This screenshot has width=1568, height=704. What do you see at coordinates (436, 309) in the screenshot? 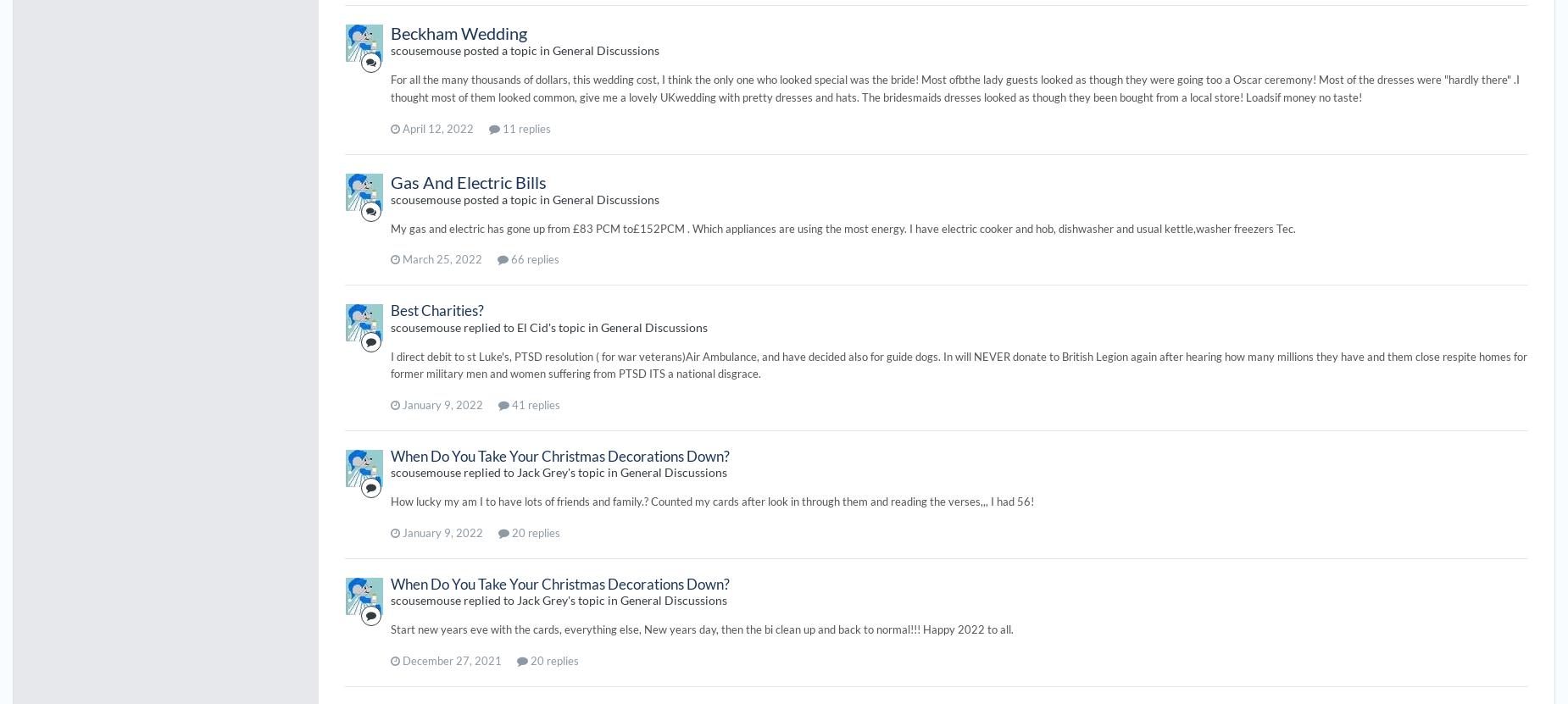
I see `'Best Charities?'` at bounding box center [436, 309].